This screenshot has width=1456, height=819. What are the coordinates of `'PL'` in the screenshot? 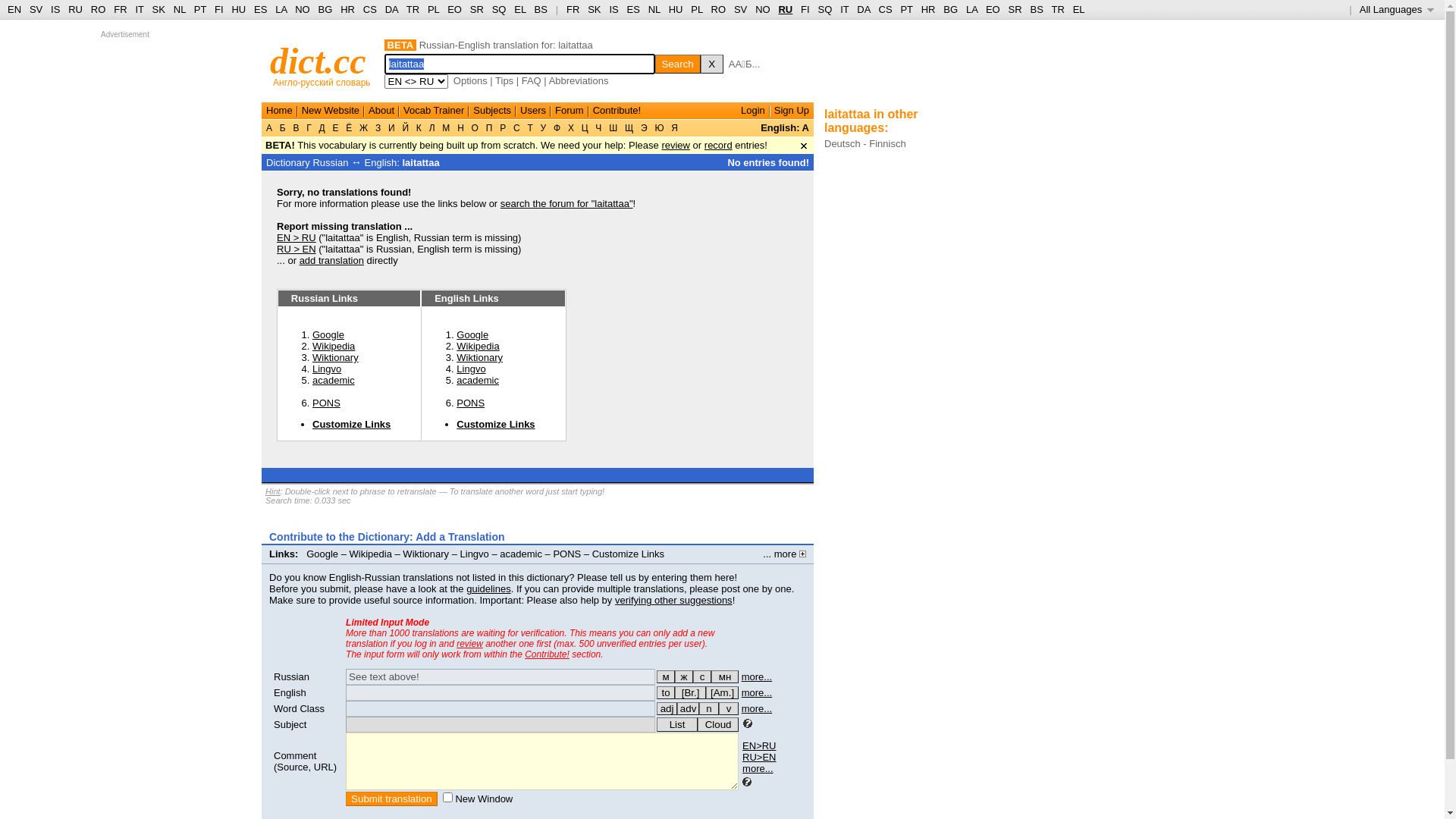 It's located at (427, 9).